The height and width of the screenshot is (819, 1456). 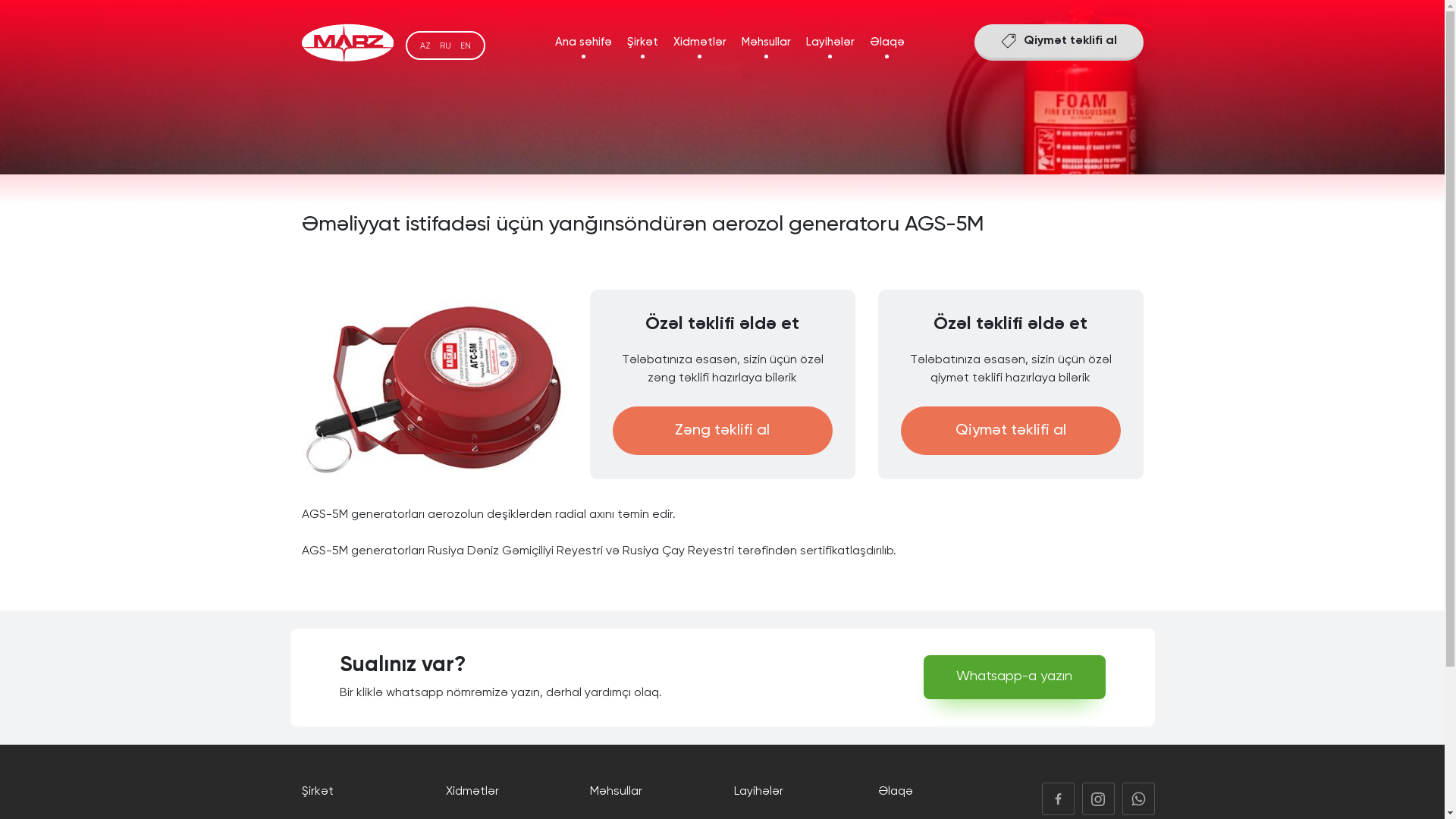 What do you see at coordinates (464, 45) in the screenshot?
I see `'EN'` at bounding box center [464, 45].